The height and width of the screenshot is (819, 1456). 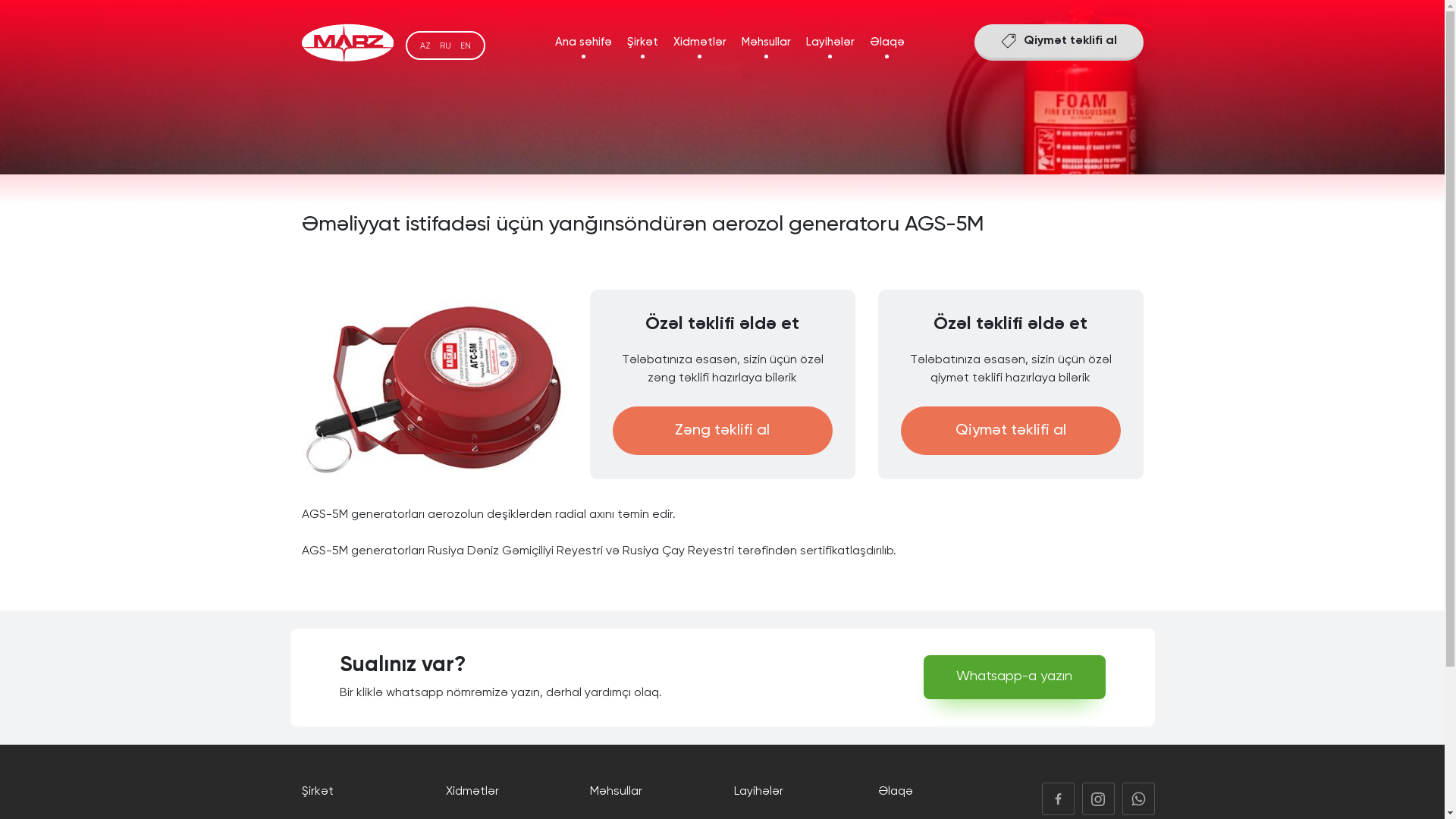 What do you see at coordinates (464, 45) in the screenshot?
I see `'EN'` at bounding box center [464, 45].